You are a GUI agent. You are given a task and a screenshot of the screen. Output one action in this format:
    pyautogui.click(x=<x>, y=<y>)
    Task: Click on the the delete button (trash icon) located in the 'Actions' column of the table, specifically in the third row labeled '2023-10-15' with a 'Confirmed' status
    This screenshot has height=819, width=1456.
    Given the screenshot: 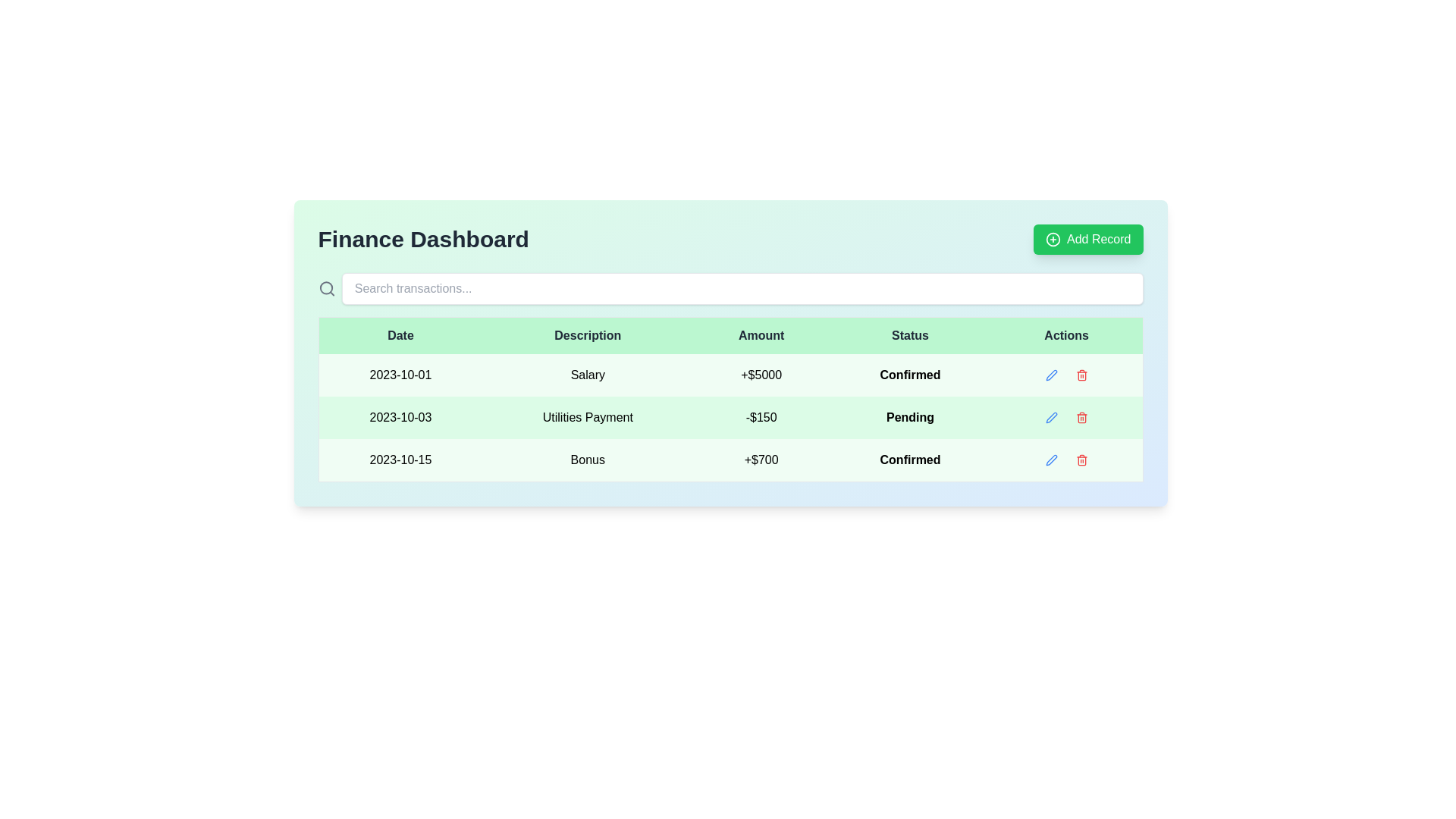 What is the action you would take?
    pyautogui.click(x=1081, y=459)
    